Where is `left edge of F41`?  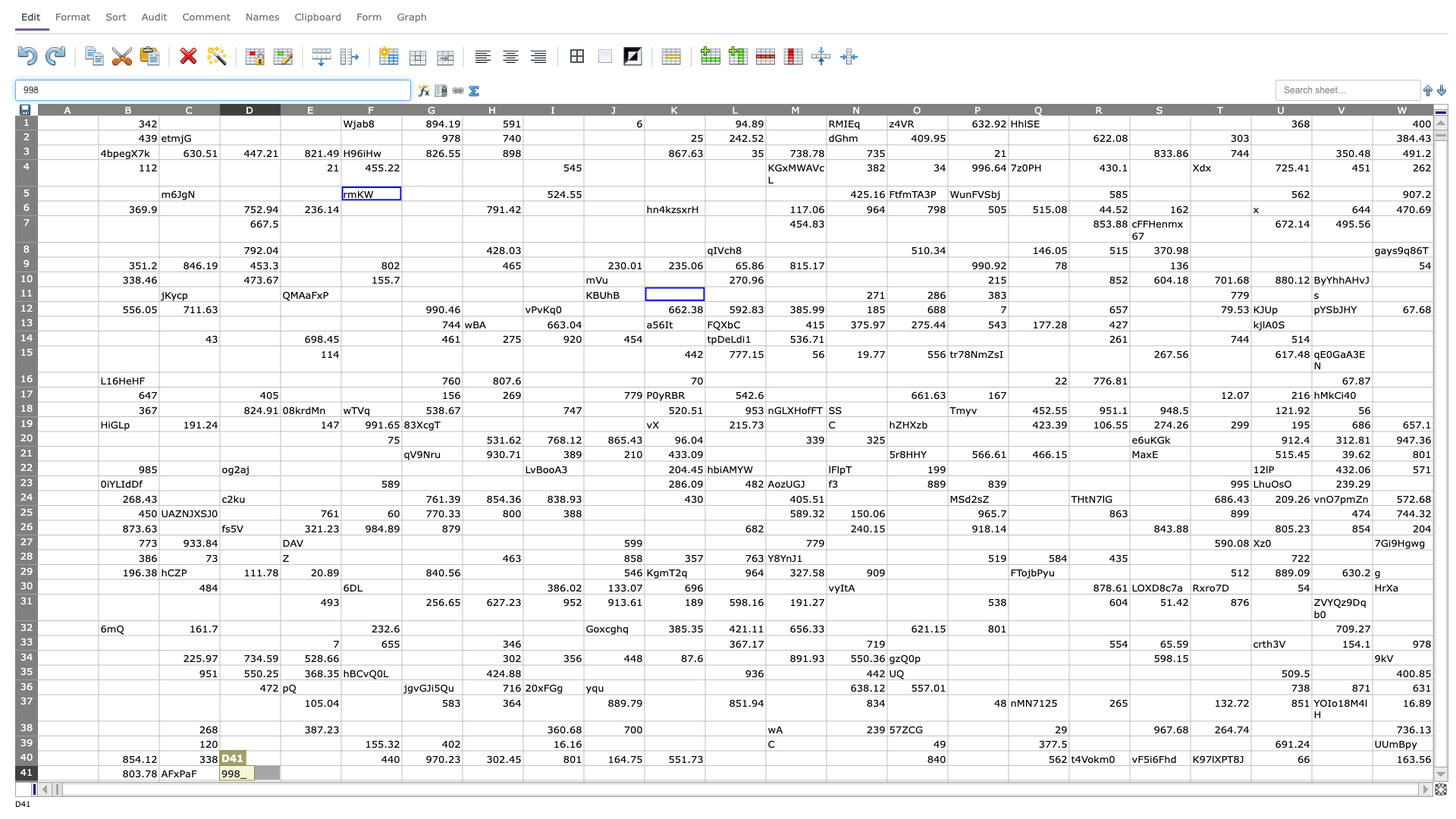
left edge of F41 is located at coordinates (340, 773).